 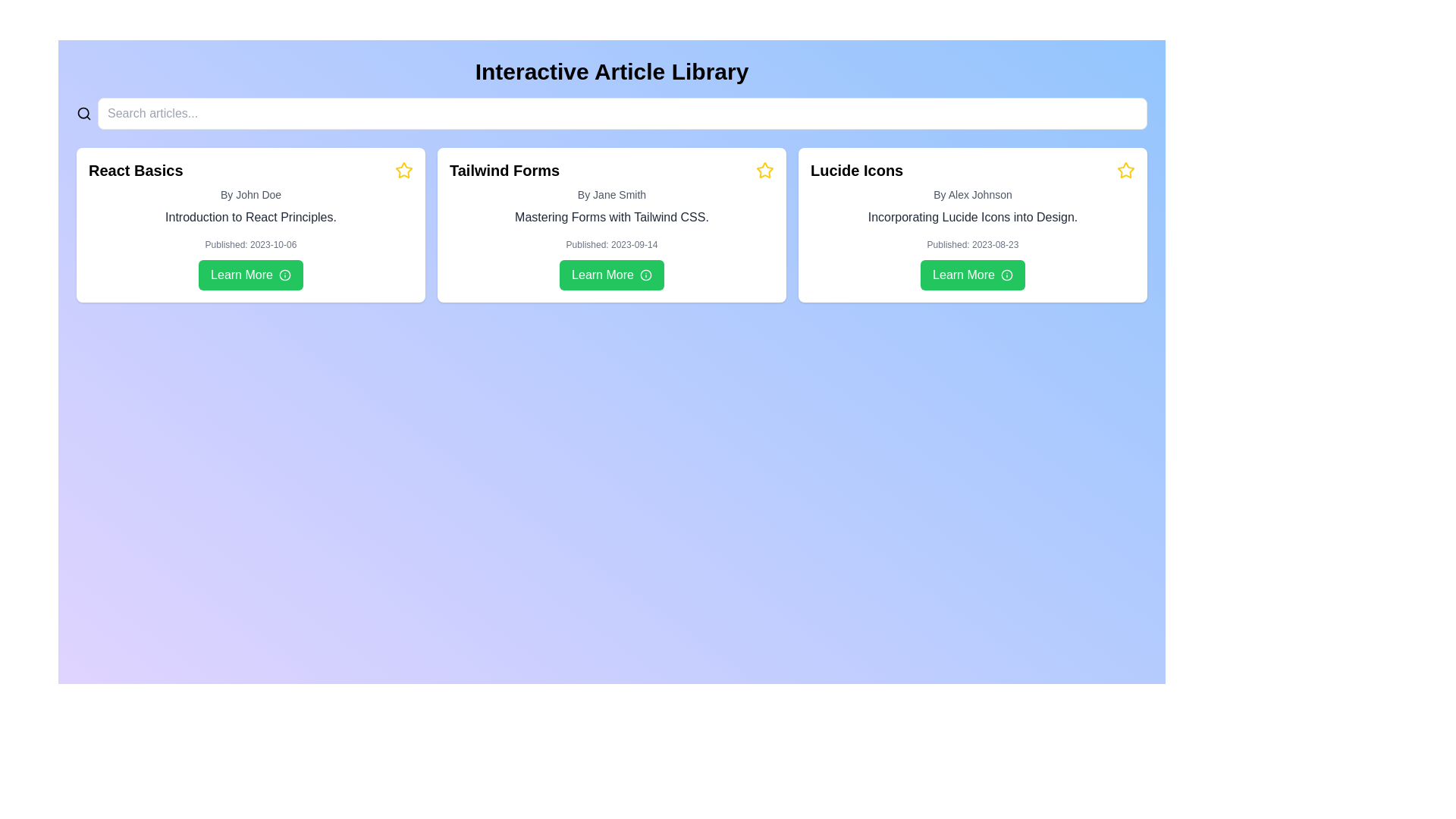 What do you see at coordinates (972, 194) in the screenshot?
I see `the text label that reads 'By Alex Johnson.' which is styled in a small, gray font and located below the title 'Lucide Icons.'` at bounding box center [972, 194].